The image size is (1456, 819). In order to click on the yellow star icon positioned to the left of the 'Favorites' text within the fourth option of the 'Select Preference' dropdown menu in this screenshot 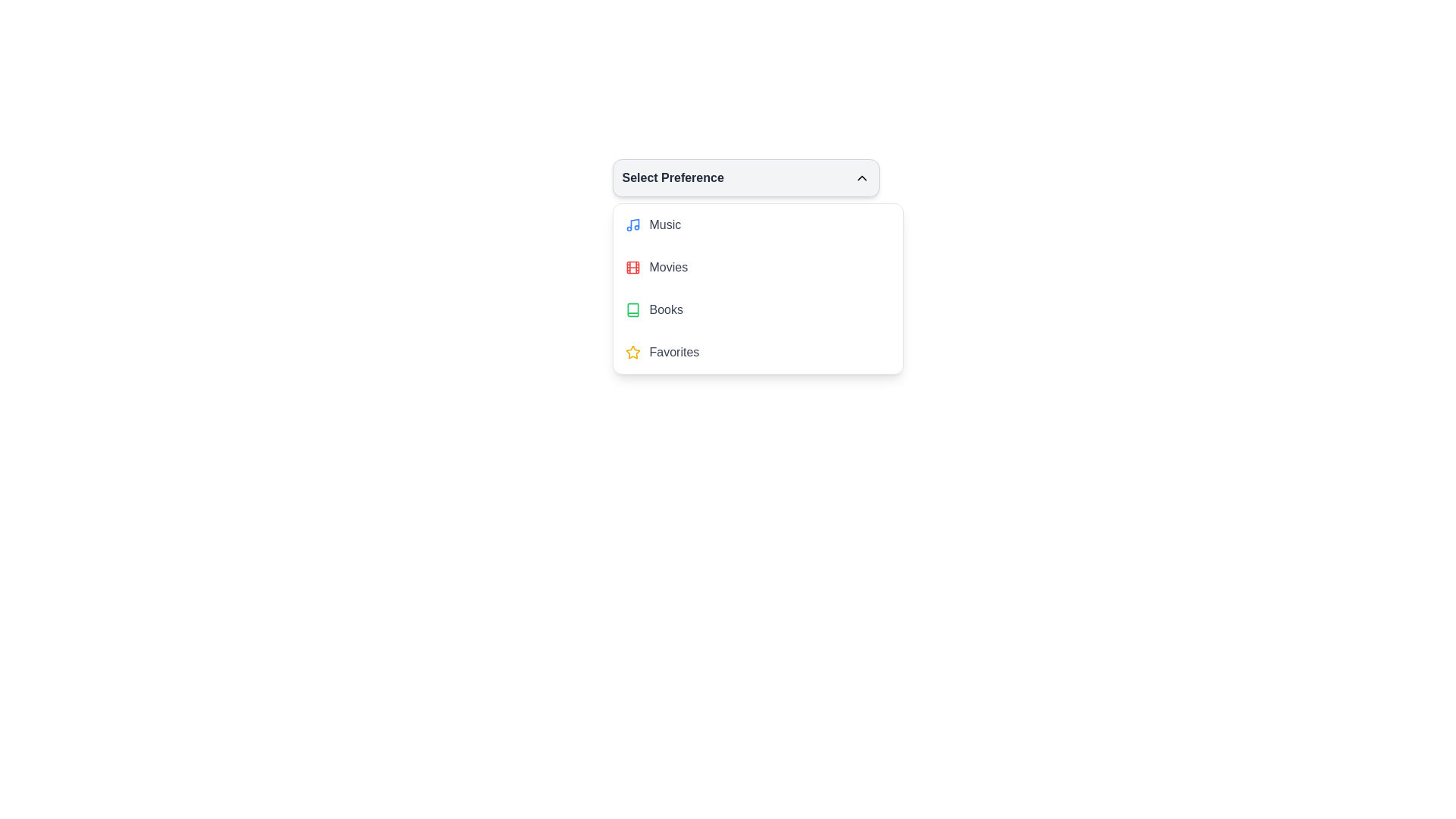, I will do `click(632, 353)`.